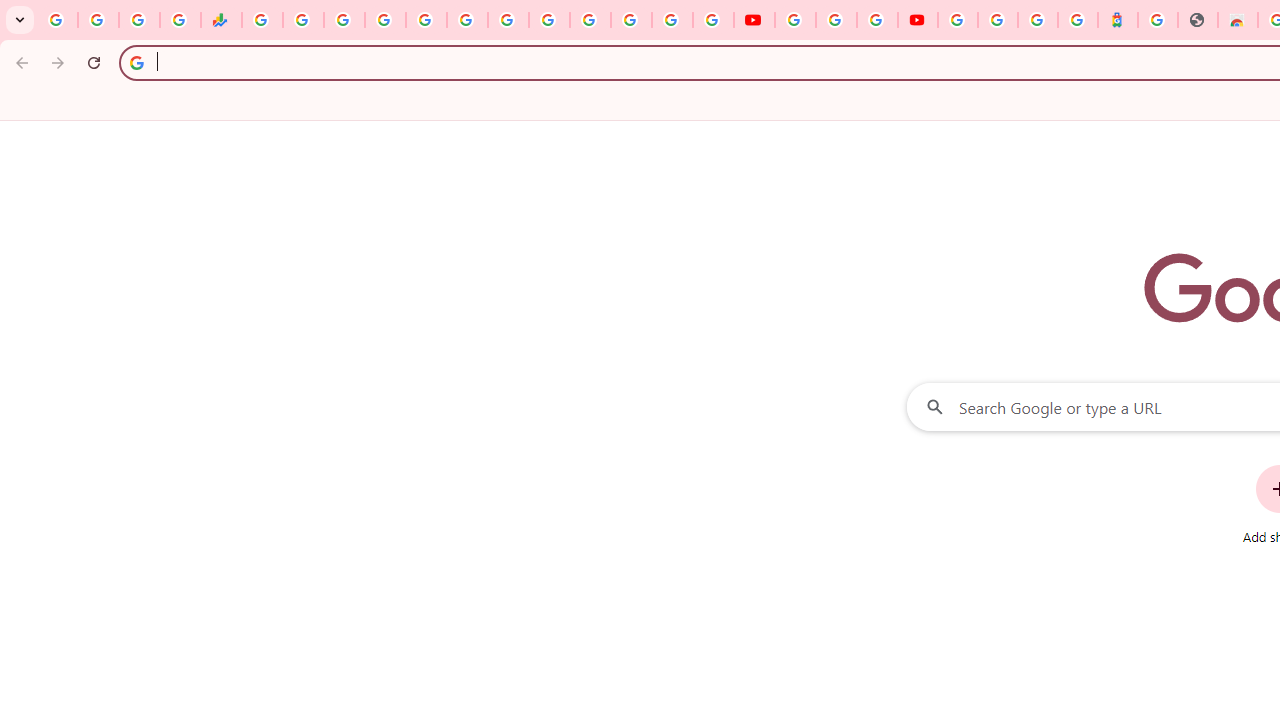 Image resolution: width=1280 pixels, height=720 pixels. Describe the element at coordinates (508, 20) in the screenshot. I see `'Android TV Policies and Guidelines - Transparency Center'` at that location.